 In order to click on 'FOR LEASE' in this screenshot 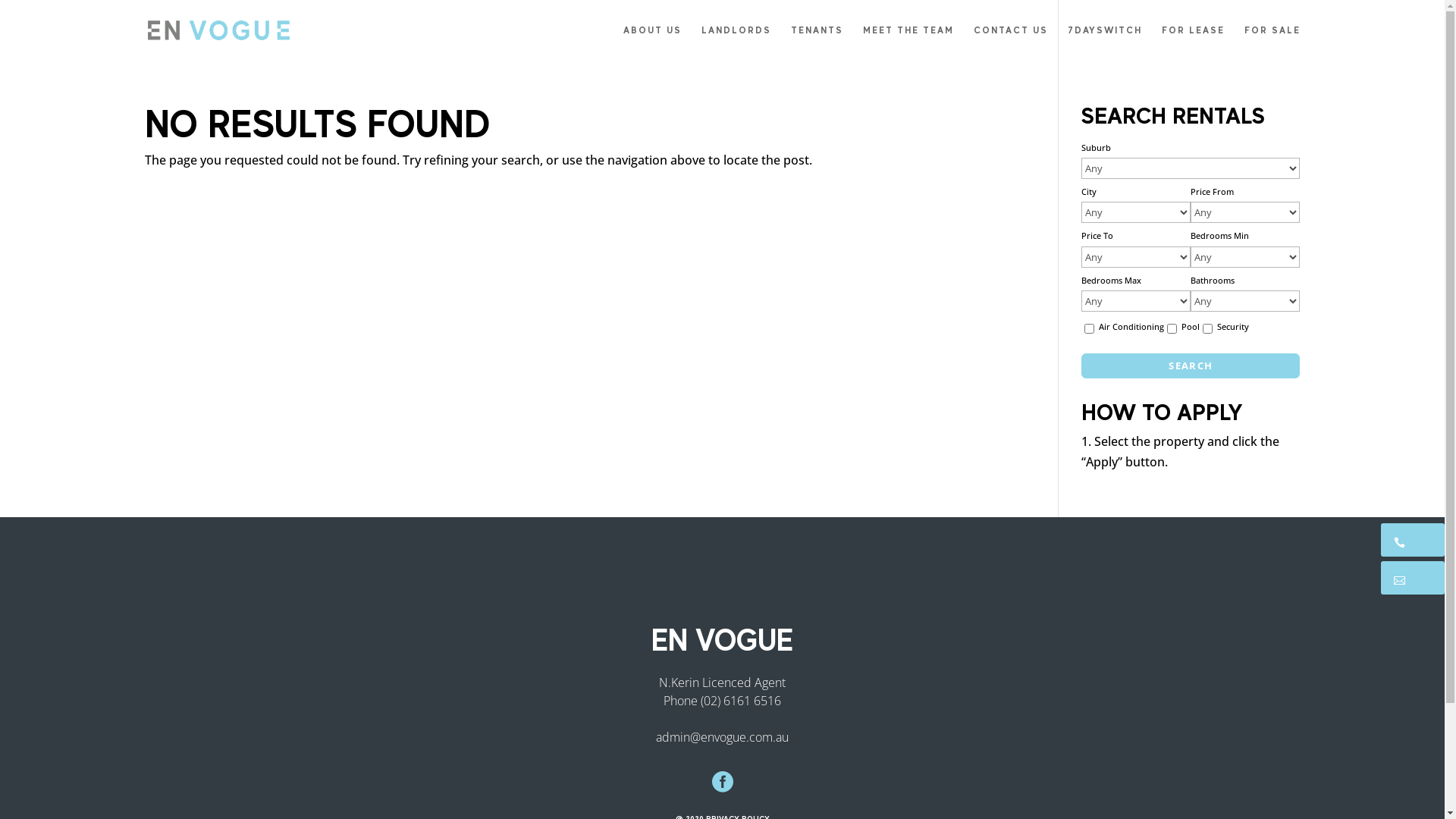, I will do `click(1192, 42)`.